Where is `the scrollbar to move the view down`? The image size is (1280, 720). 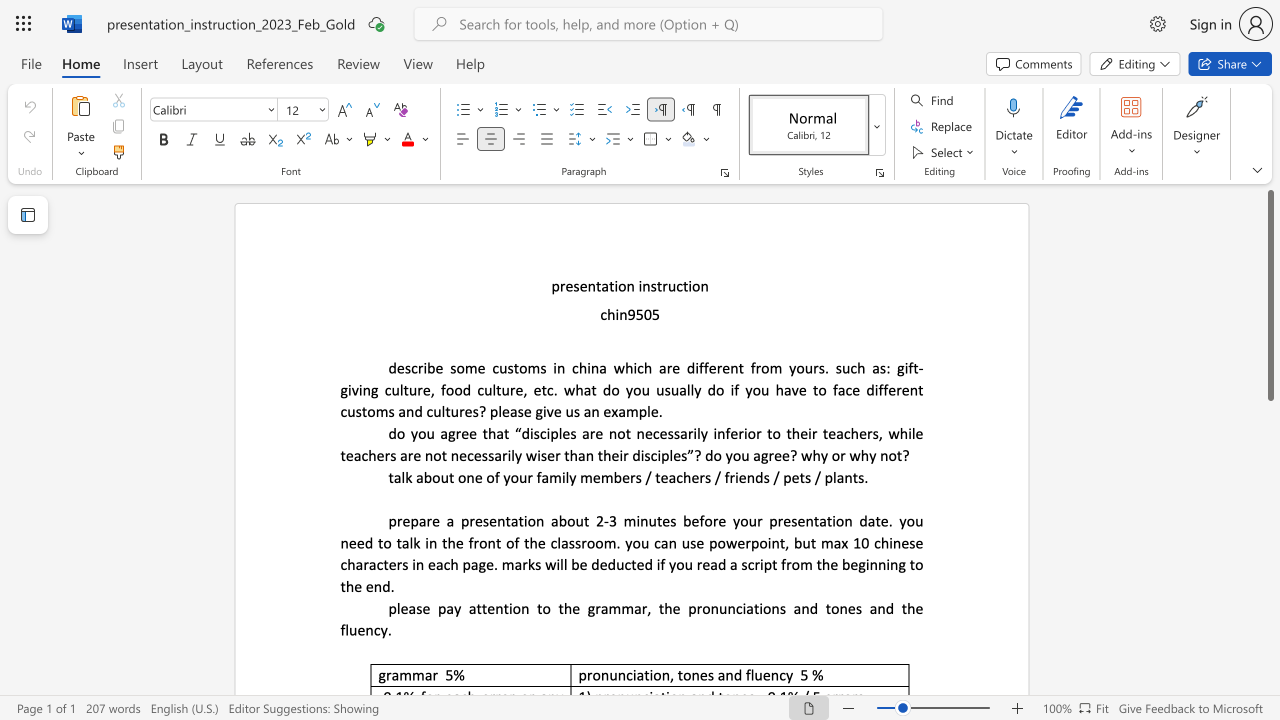 the scrollbar to move the view down is located at coordinates (1269, 498).